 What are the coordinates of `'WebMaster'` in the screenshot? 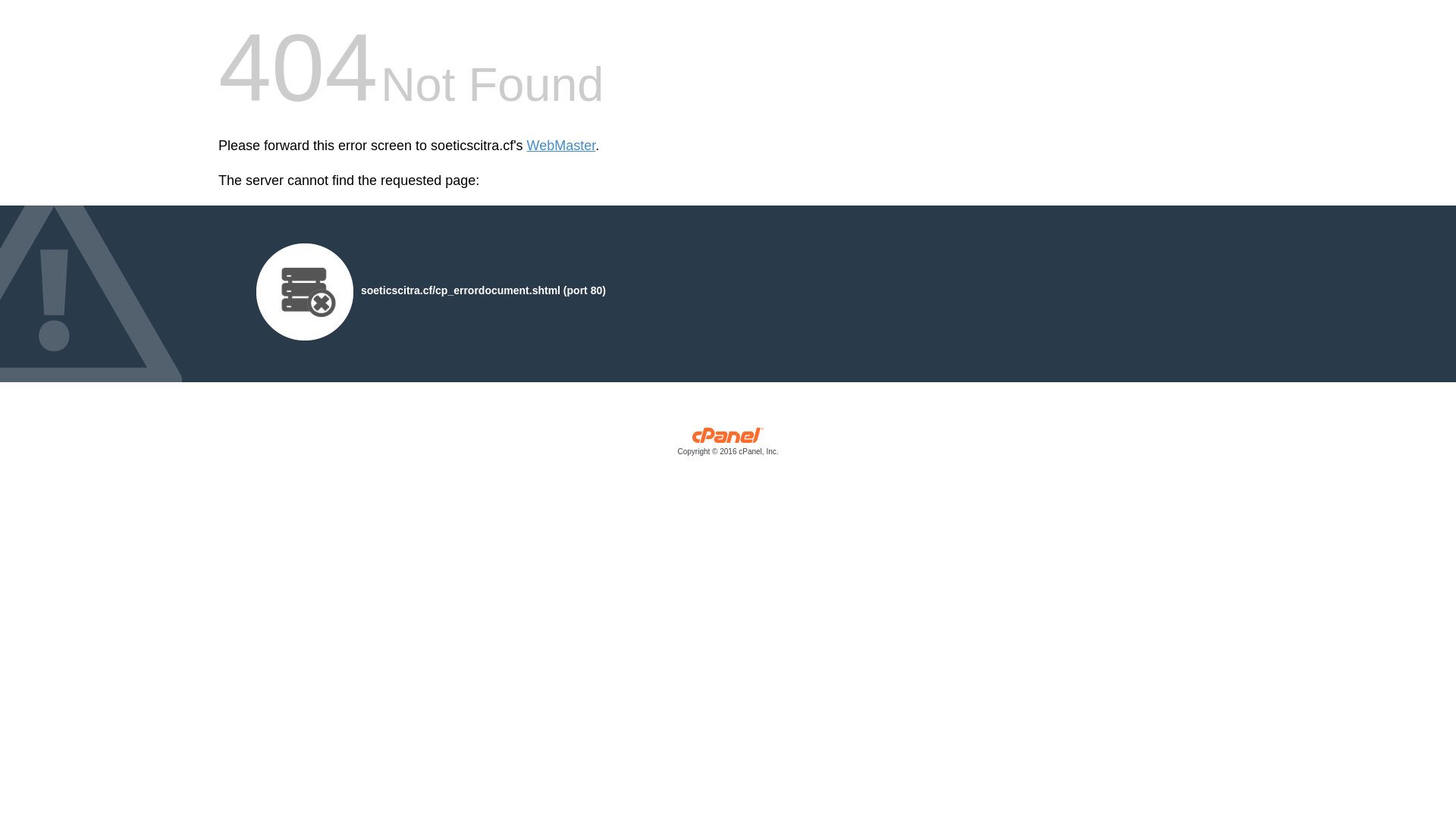 It's located at (560, 146).